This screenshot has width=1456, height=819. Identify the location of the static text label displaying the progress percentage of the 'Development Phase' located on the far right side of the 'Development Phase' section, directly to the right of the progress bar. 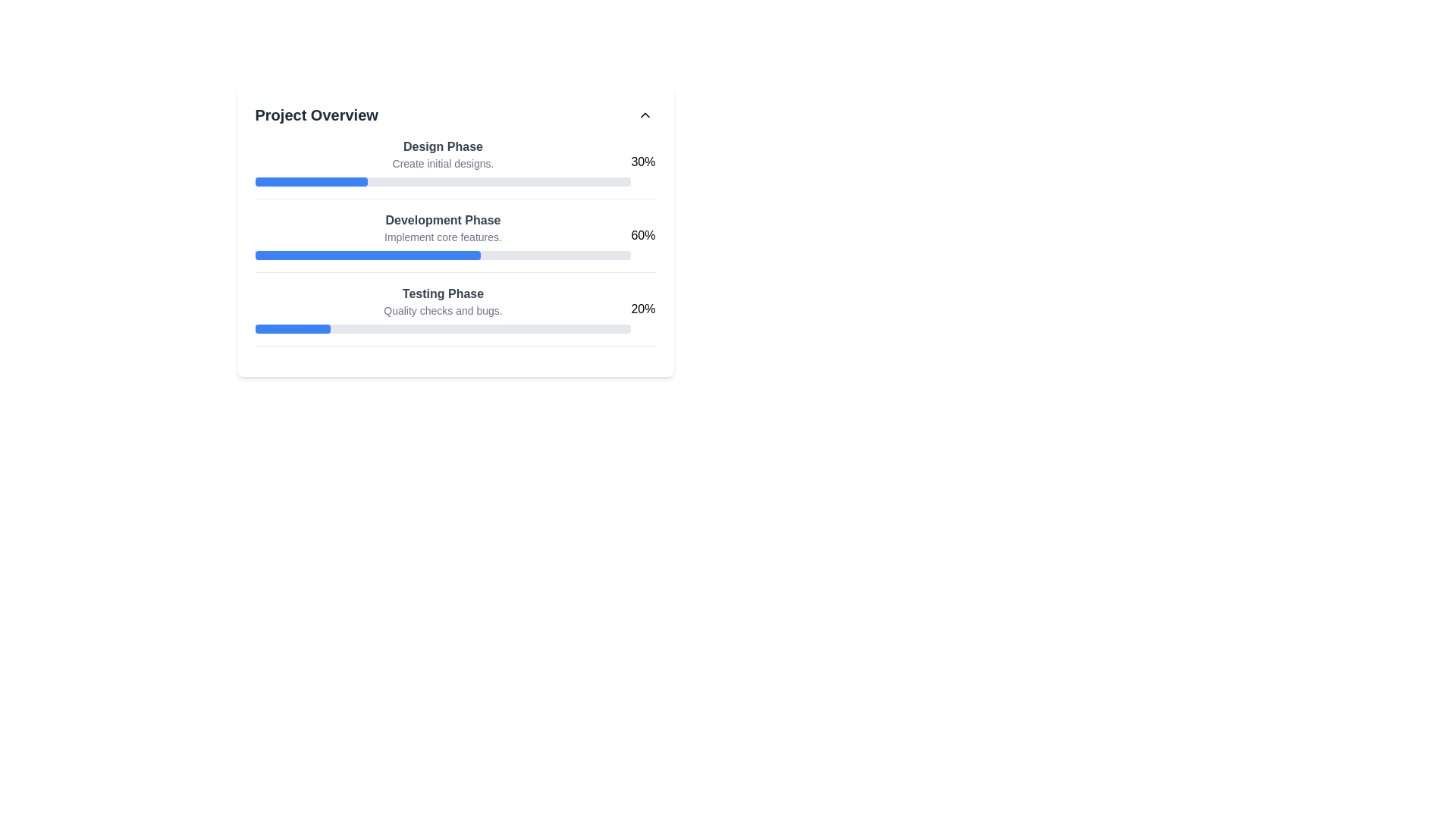
(643, 236).